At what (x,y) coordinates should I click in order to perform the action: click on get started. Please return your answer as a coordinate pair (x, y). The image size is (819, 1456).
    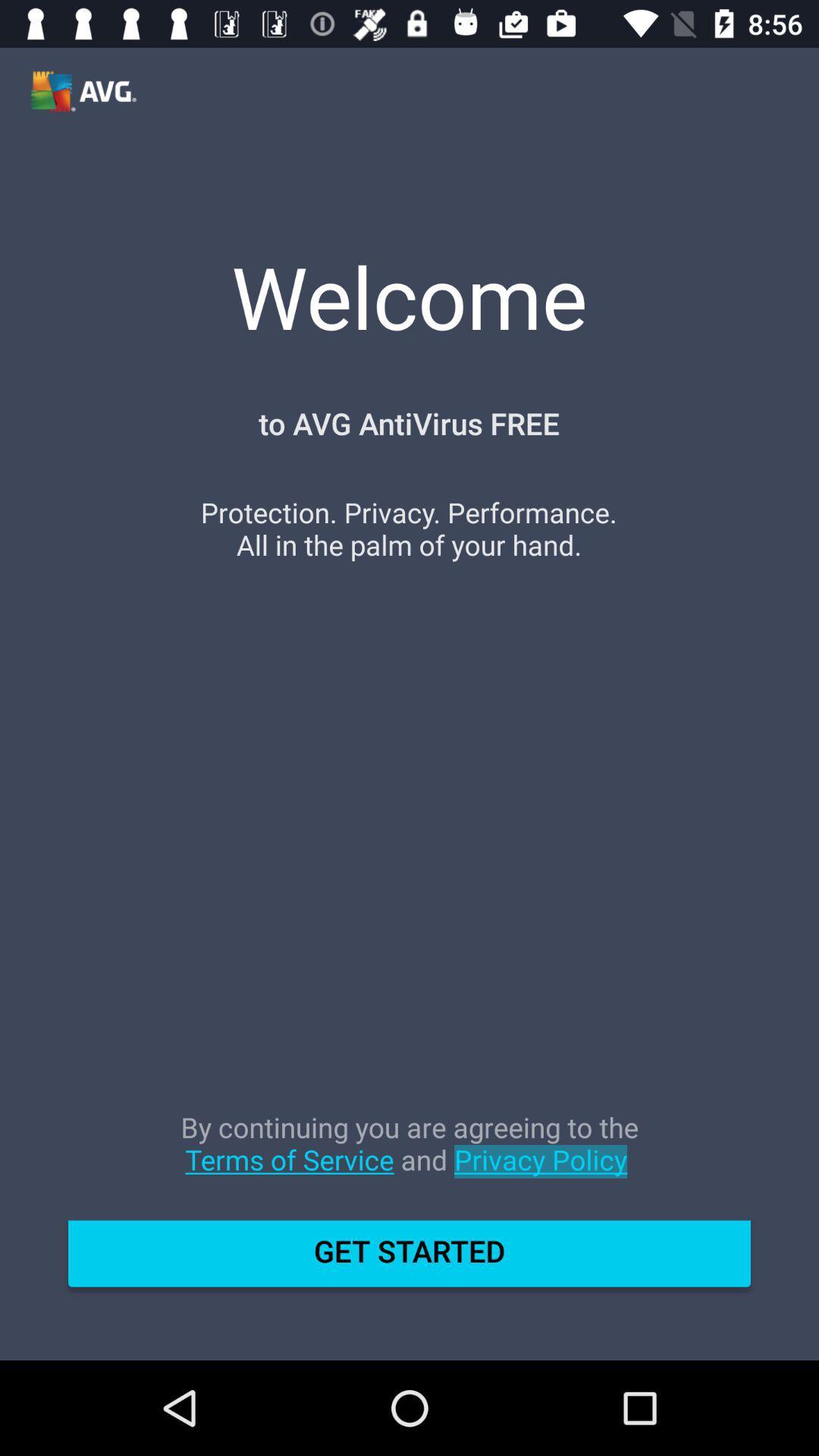
    Looking at the image, I should click on (409, 1260).